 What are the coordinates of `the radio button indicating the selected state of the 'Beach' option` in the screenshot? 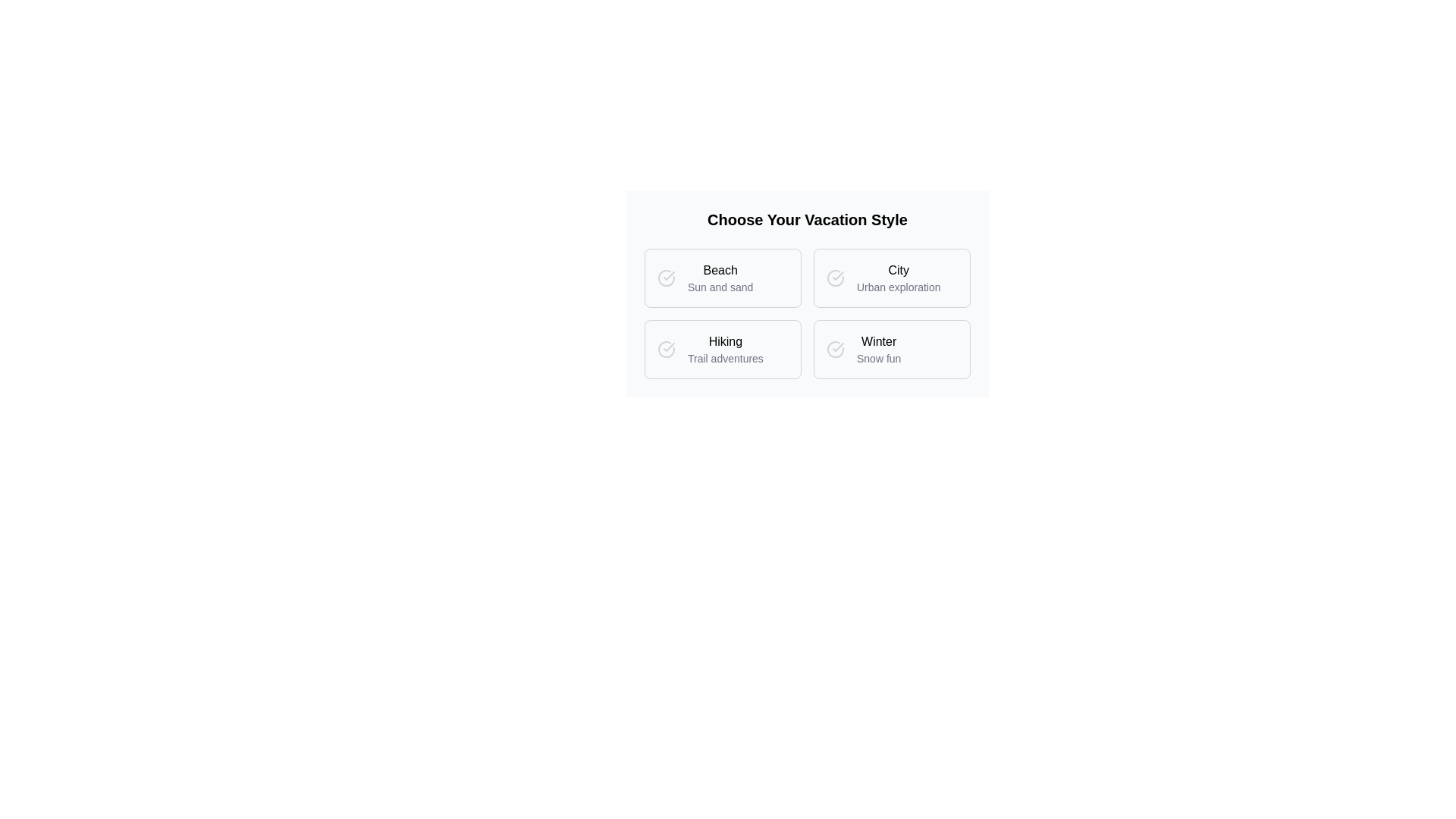 It's located at (666, 278).